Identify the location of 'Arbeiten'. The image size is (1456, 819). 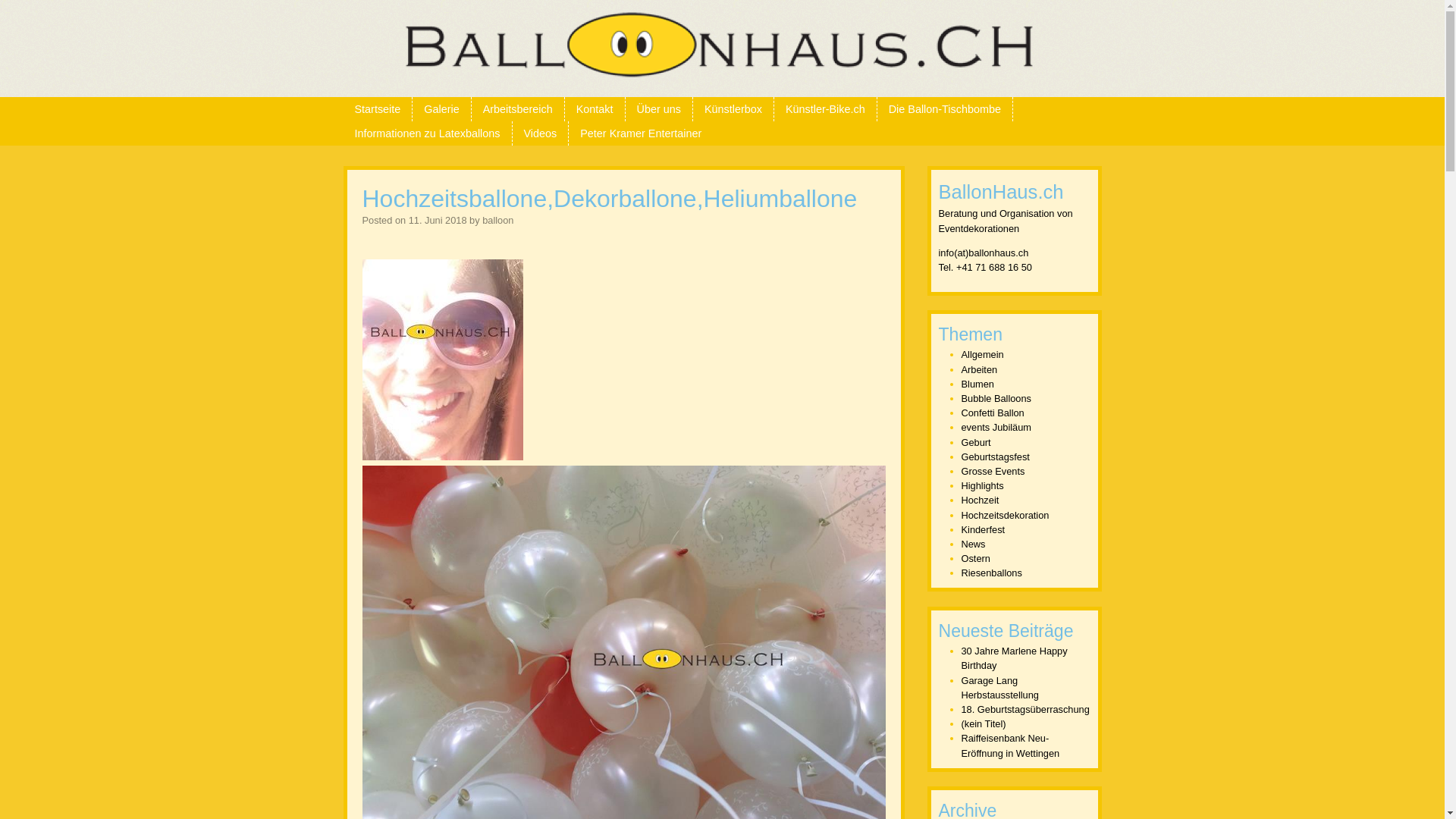
(979, 369).